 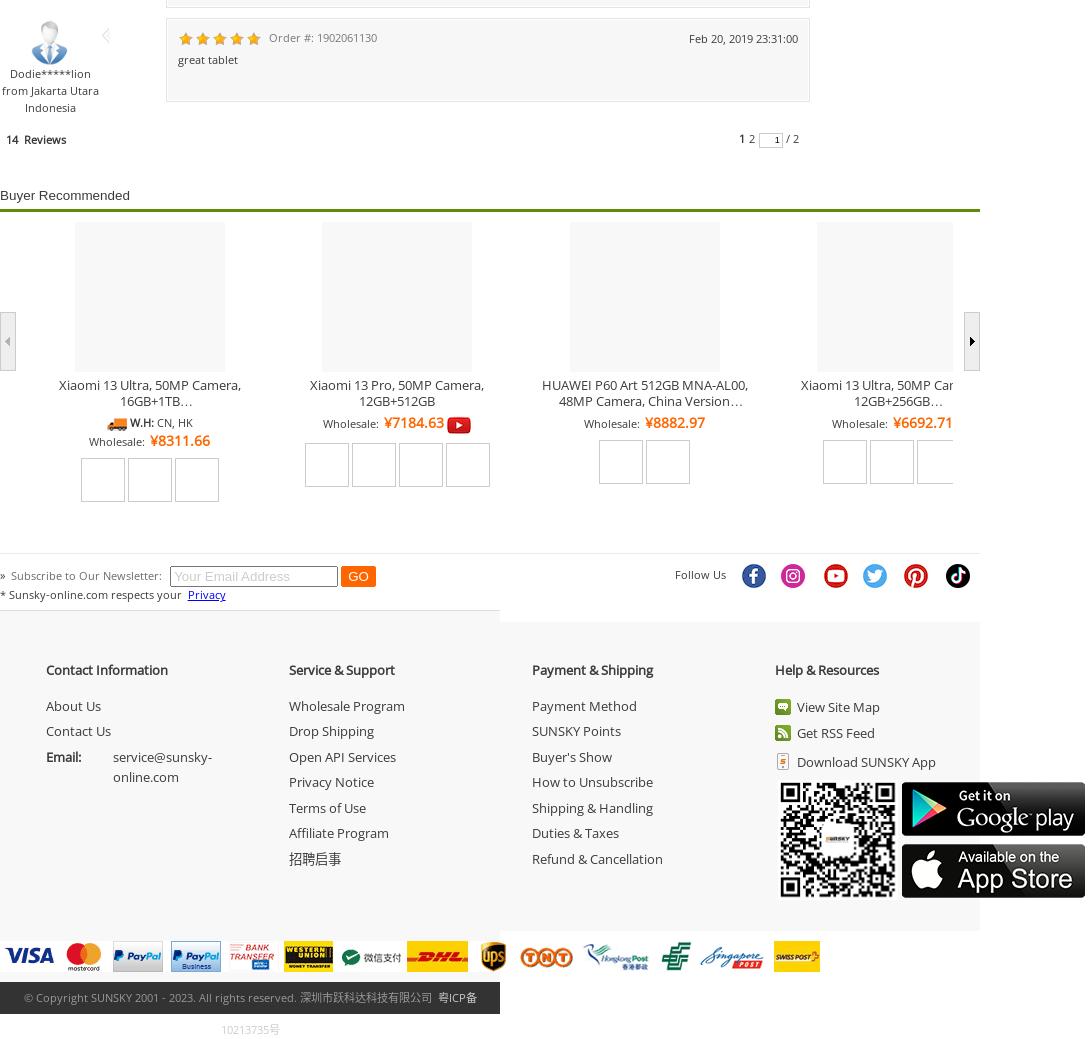 I want to click on 'Contact Information', so click(x=105, y=669).